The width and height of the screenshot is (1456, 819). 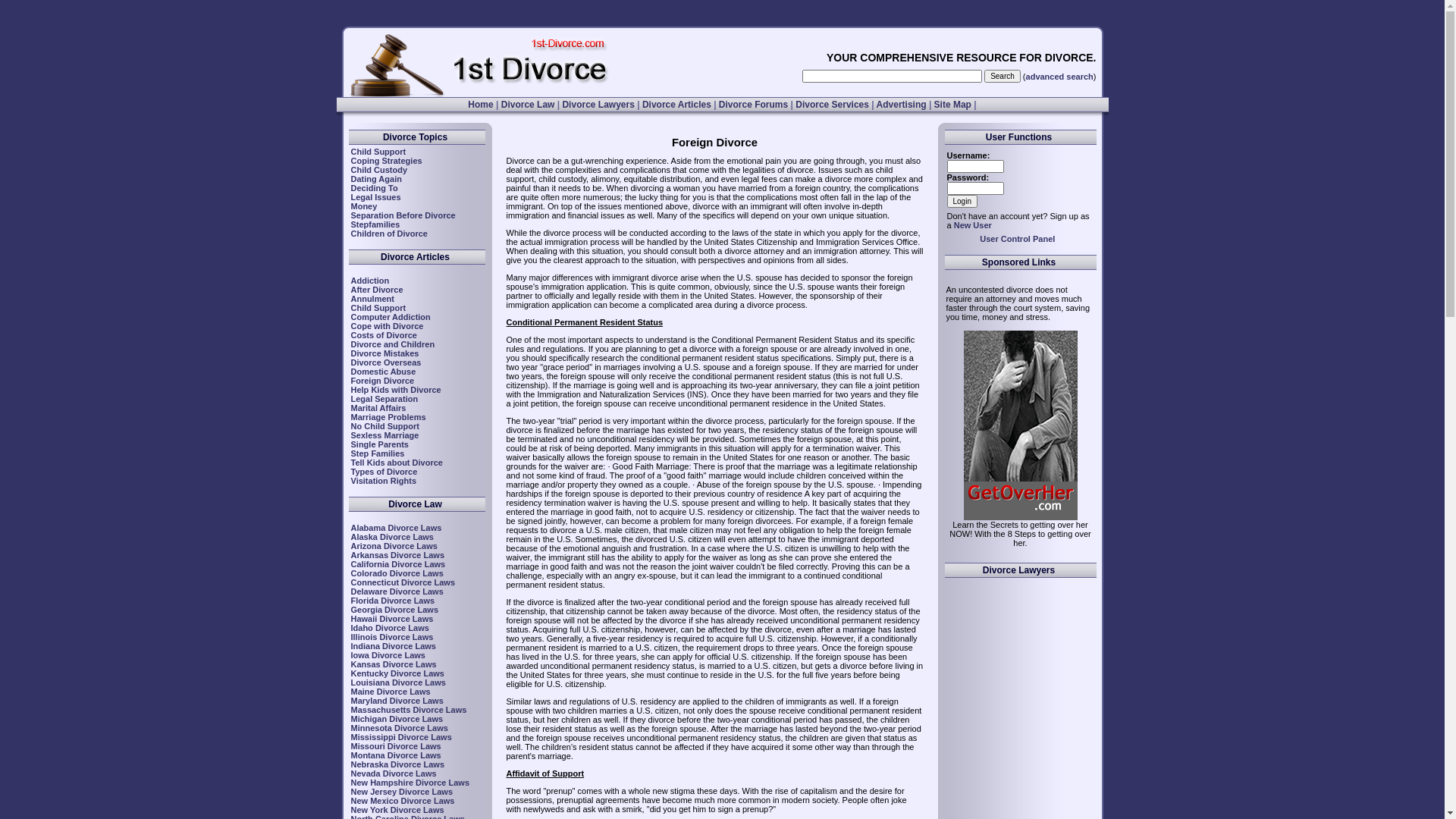 What do you see at coordinates (1059, 76) in the screenshot?
I see `'advanced search'` at bounding box center [1059, 76].